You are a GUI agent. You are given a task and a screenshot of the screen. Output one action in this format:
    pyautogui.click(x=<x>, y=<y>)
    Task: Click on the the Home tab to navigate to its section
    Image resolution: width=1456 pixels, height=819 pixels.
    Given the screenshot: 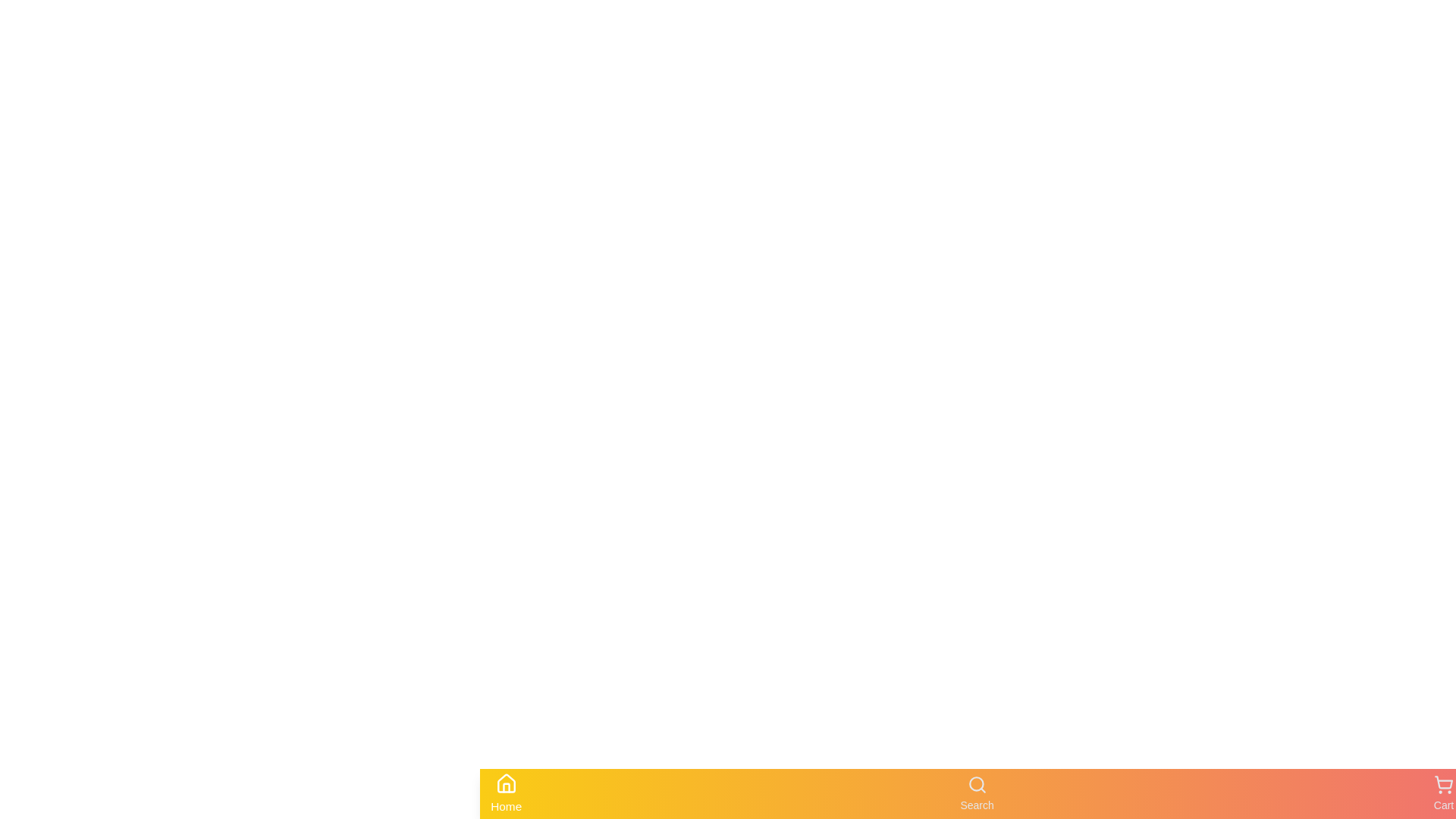 What is the action you would take?
    pyautogui.click(x=506, y=792)
    